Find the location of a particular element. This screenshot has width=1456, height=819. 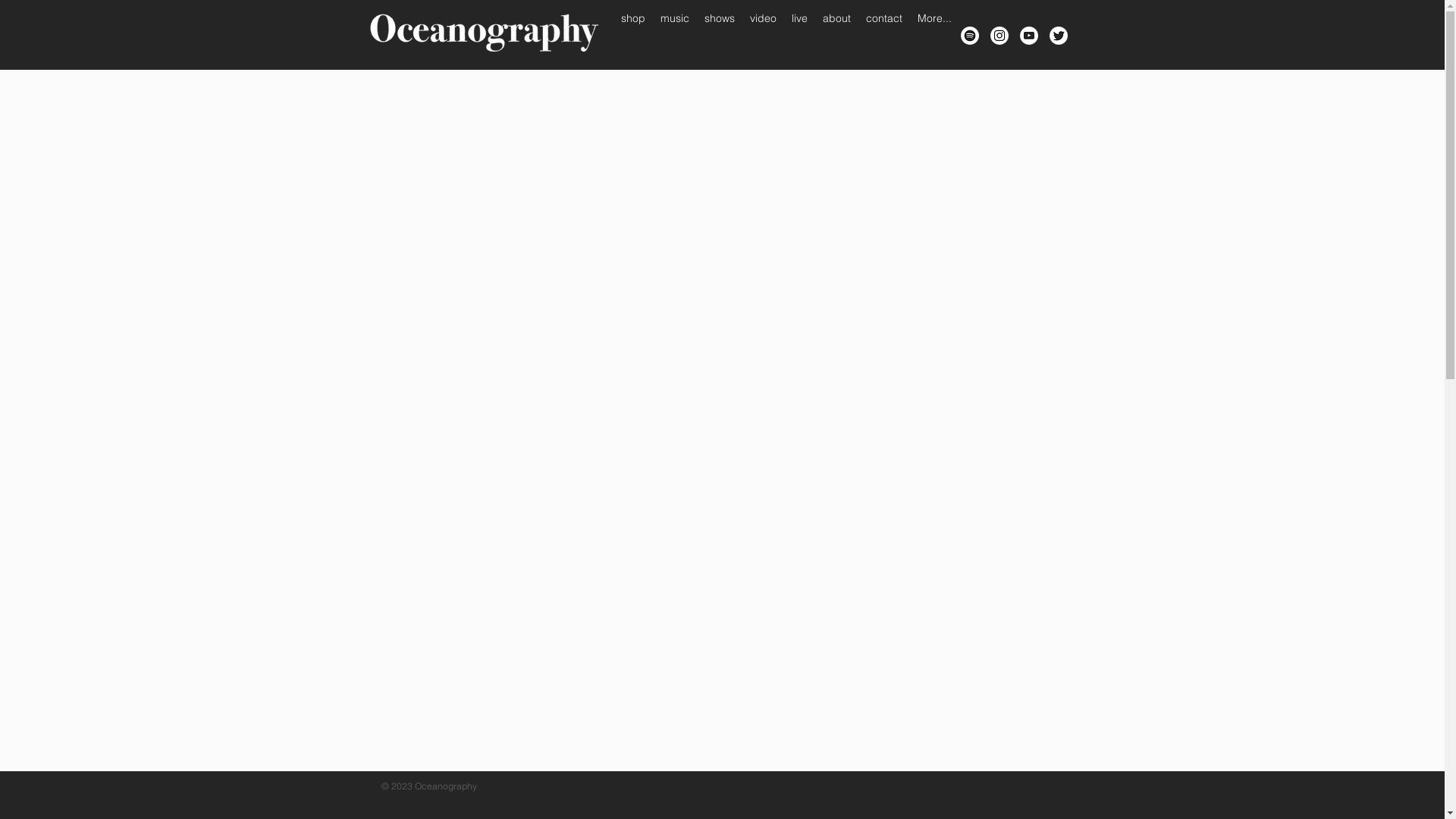

'about' is located at coordinates (835, 34).